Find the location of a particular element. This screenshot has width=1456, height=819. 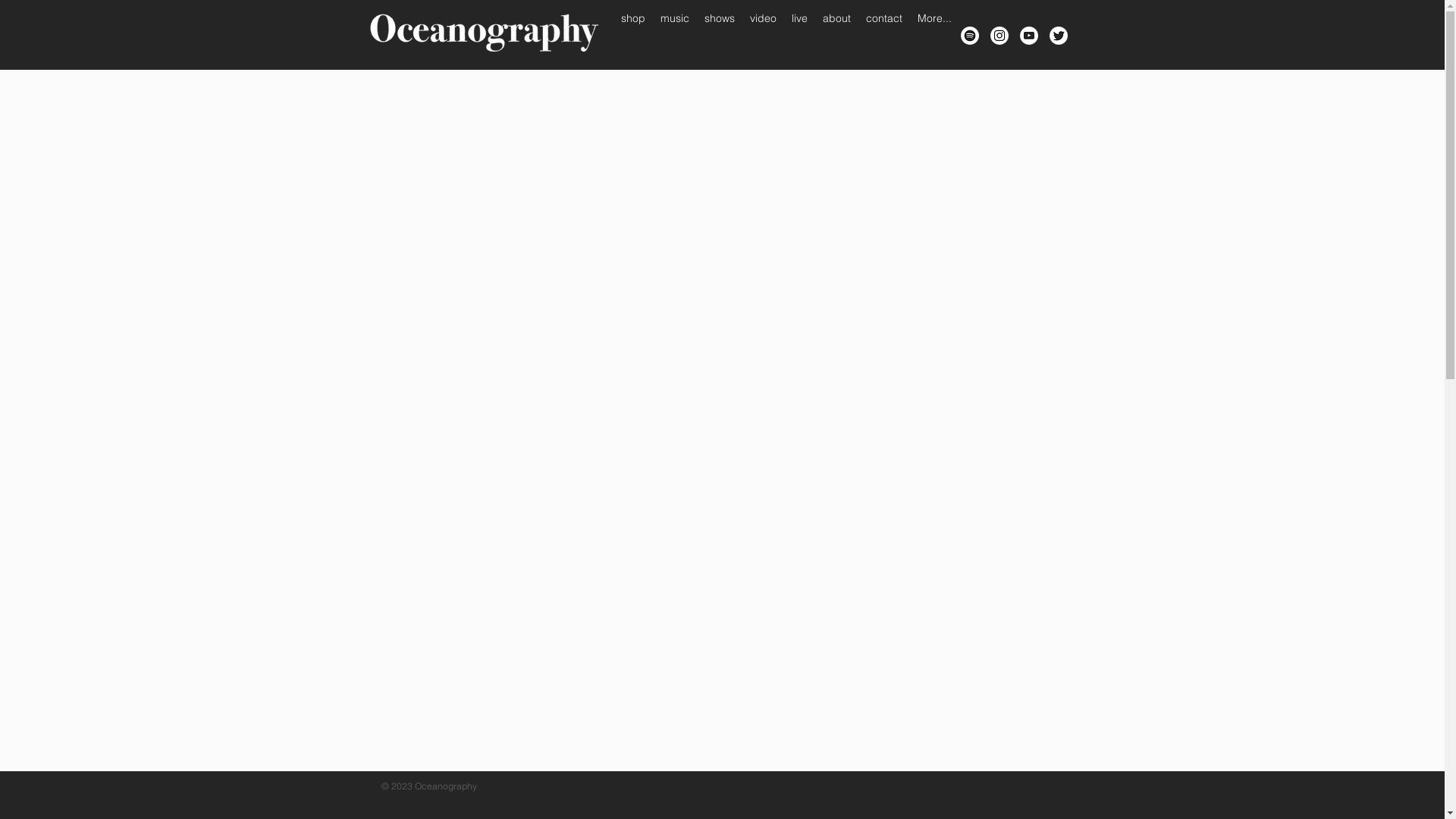

'about' is located at coordinates (835, 34).